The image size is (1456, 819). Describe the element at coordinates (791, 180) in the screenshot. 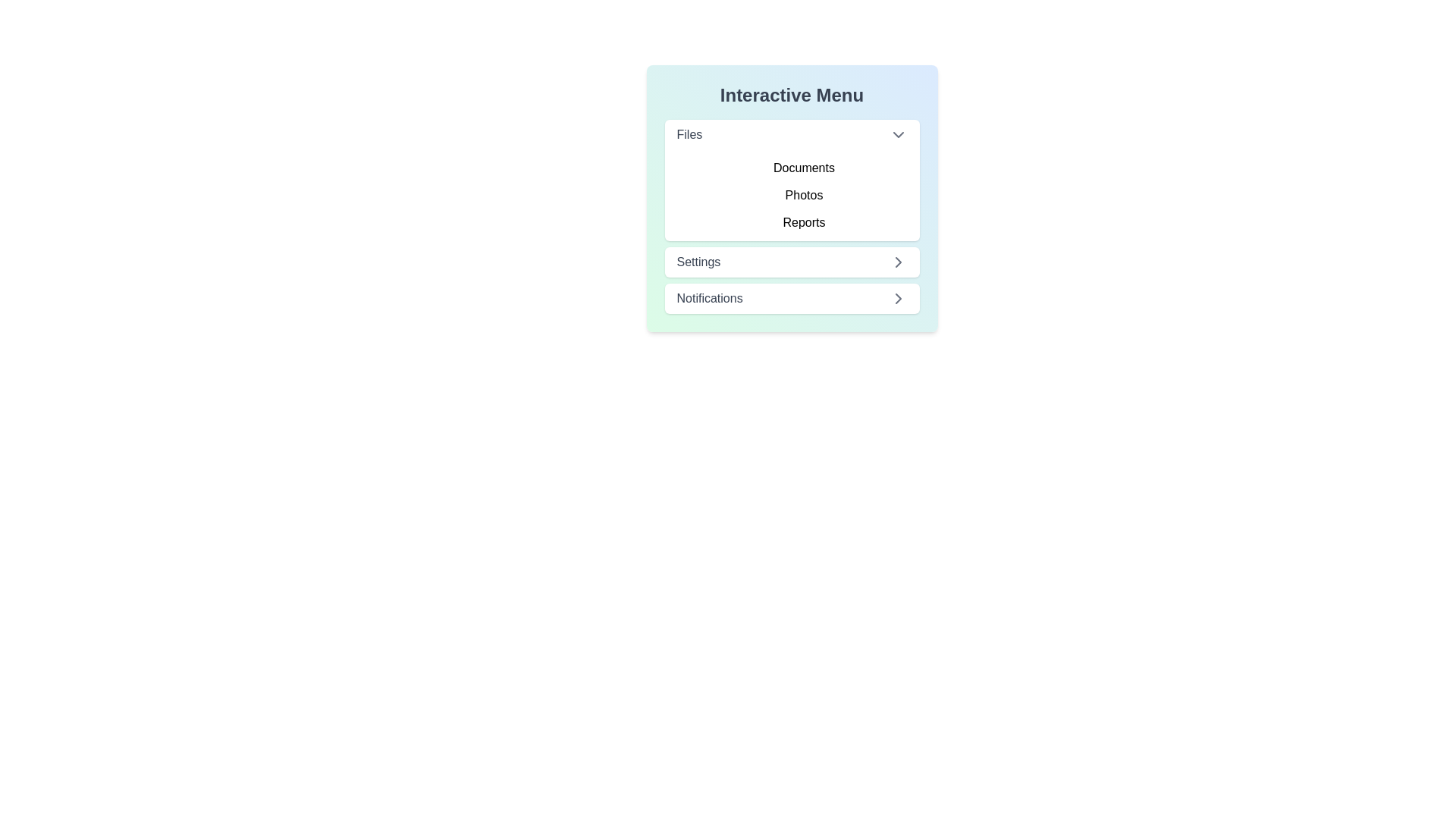

I see `an option from the dropdown menu under 'Files' in the 'Interactive Menu' by clicking on it` at that location.